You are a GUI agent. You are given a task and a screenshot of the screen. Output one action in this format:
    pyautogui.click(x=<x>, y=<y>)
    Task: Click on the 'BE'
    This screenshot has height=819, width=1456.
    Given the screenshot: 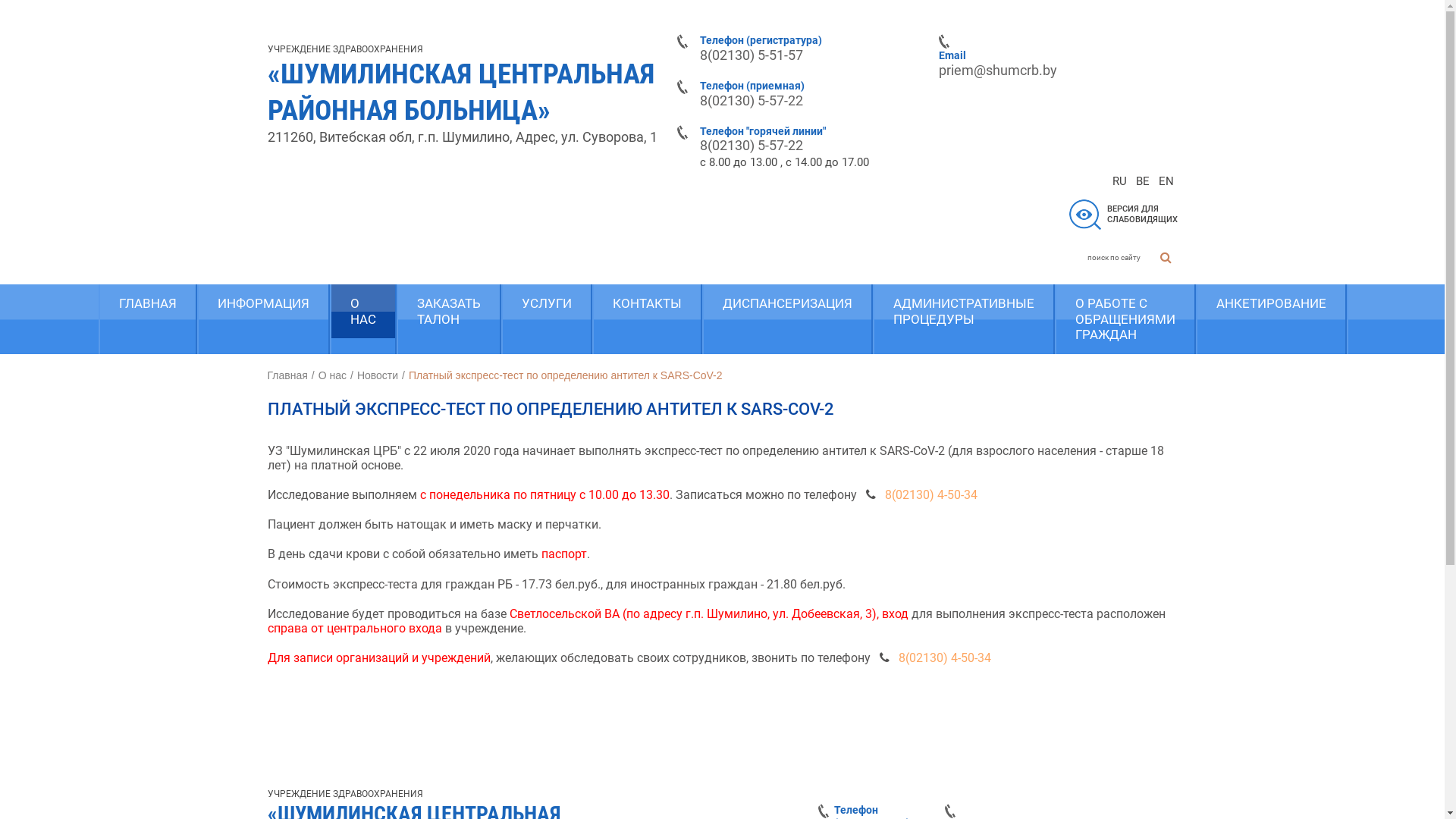 What is the action you would take?
    pyautogui.click(x=1142, y=180)
    